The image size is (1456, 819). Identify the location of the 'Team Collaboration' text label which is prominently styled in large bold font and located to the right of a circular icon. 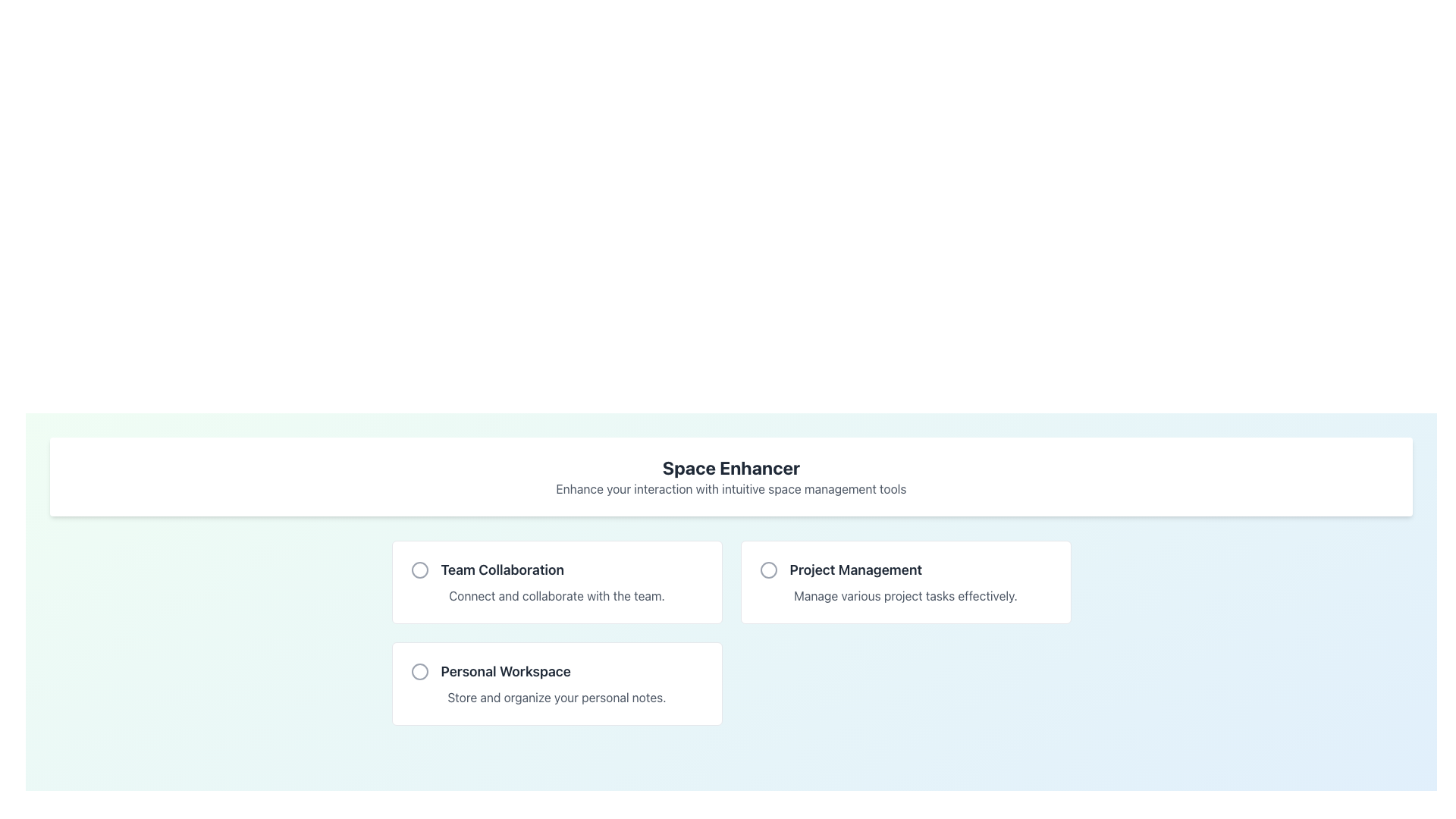
(502, 570).